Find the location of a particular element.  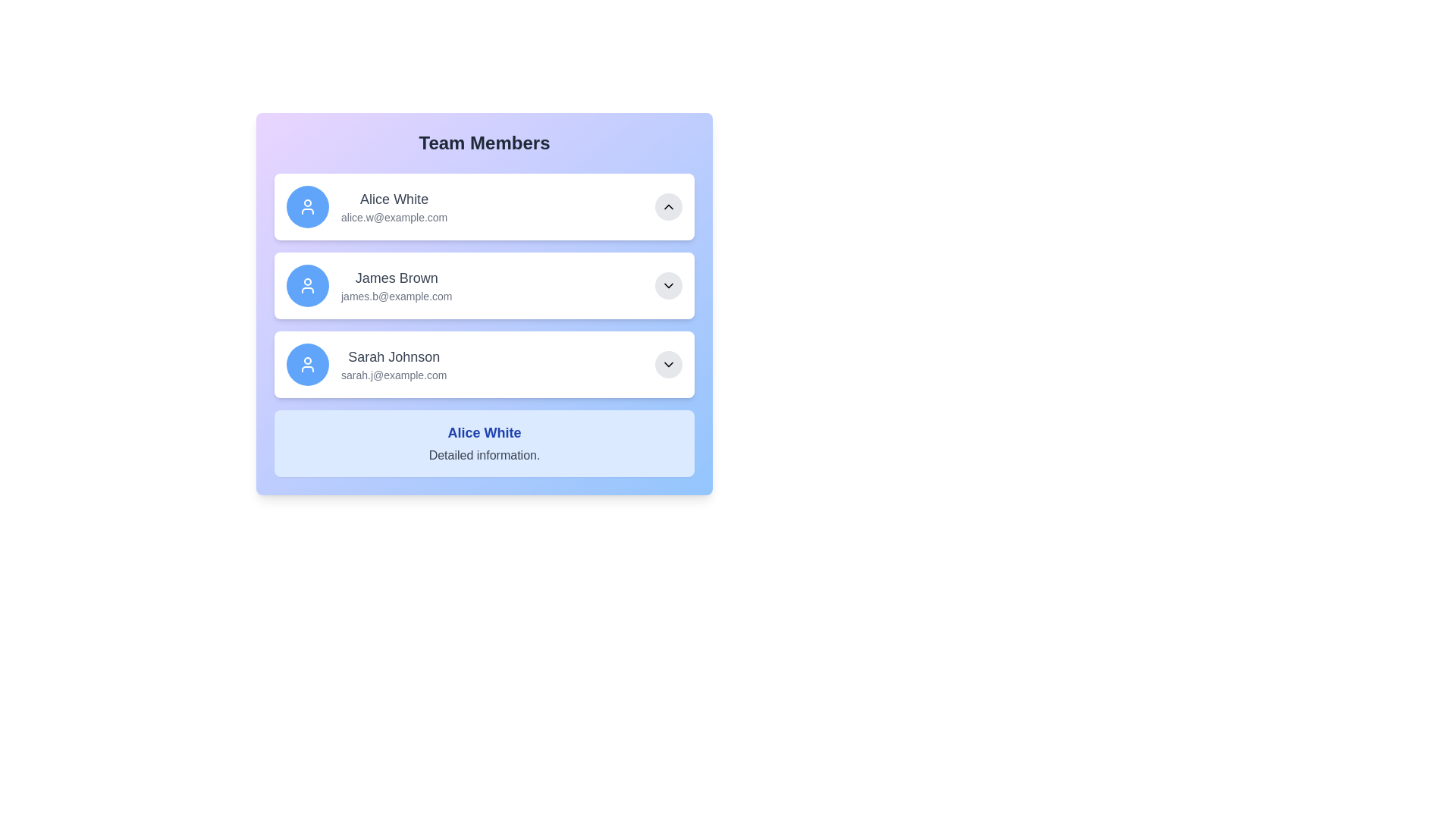

the Text label displaying 'Alice White' which serves as the title in the 'Team Members' section, located at the bottom of a list within a rectangular card is located at coordinates (483, 432).